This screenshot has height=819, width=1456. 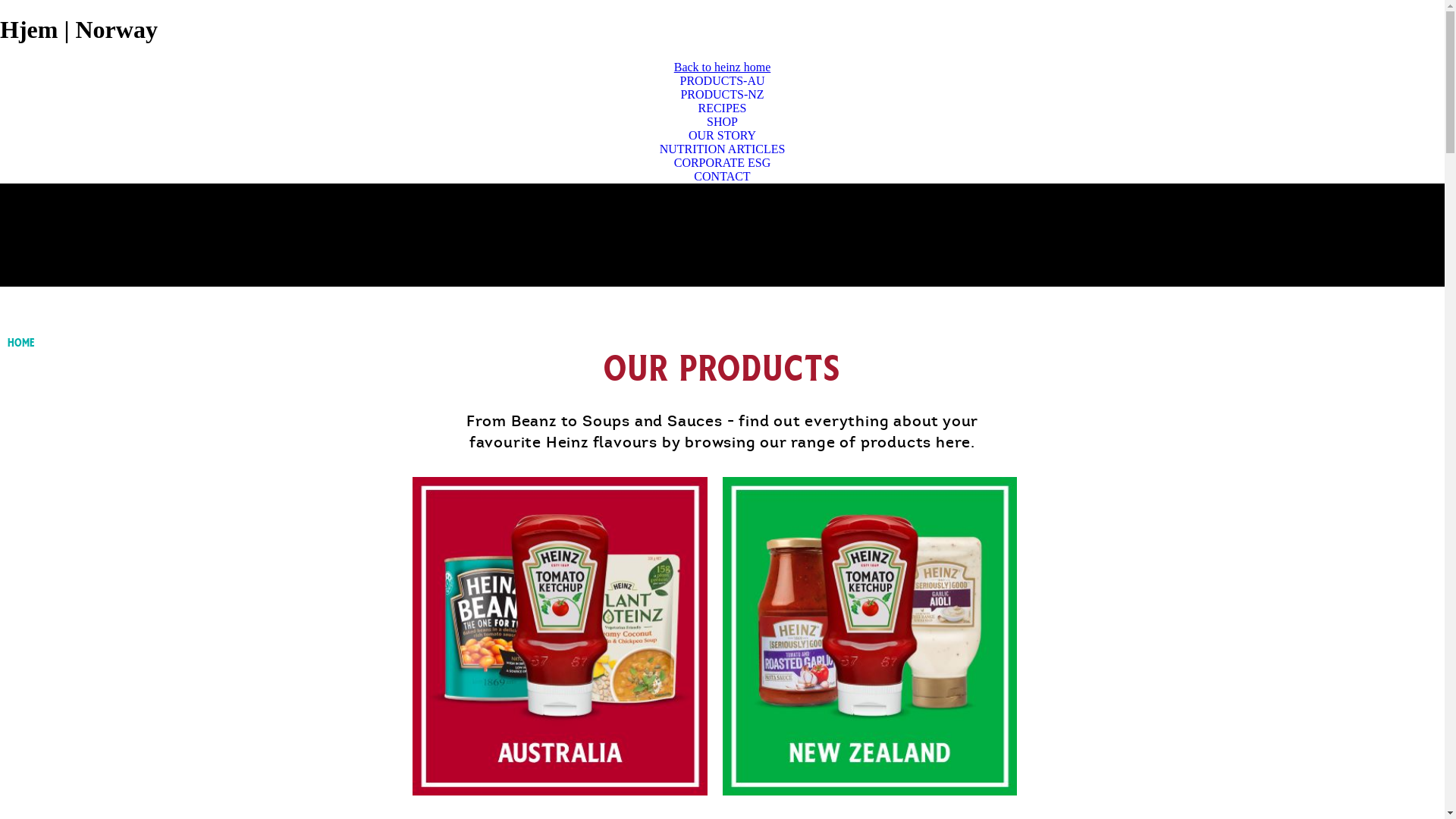 I want to click on 'Back to heinz home', so click(x=673, y=66).